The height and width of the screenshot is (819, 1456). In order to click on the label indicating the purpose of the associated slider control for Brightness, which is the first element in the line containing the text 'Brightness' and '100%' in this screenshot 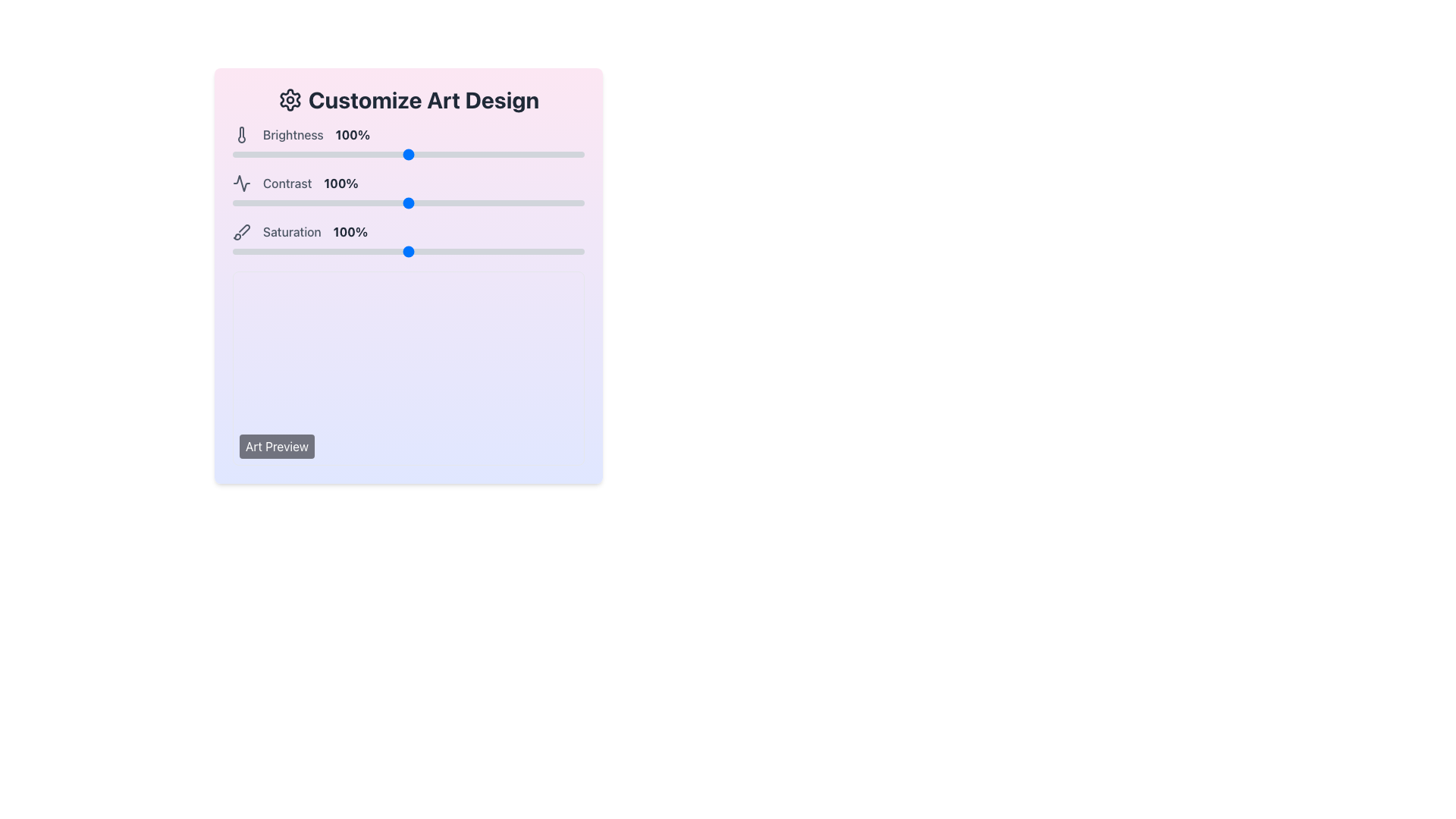, I will do `click(293, 133)`.